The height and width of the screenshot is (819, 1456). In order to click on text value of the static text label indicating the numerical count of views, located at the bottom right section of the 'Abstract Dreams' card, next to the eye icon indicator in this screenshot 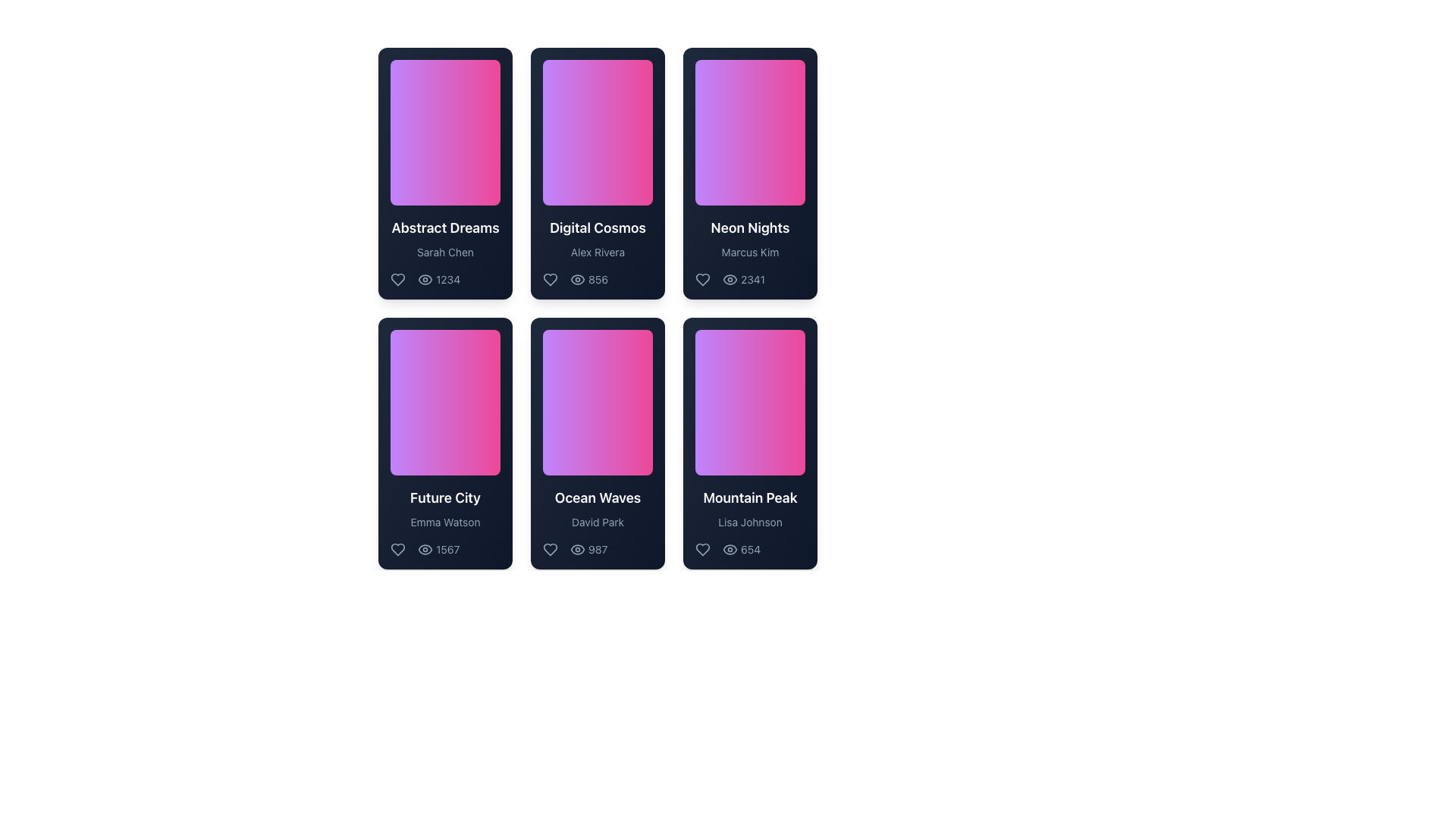, I will do `click(447, 280)`.